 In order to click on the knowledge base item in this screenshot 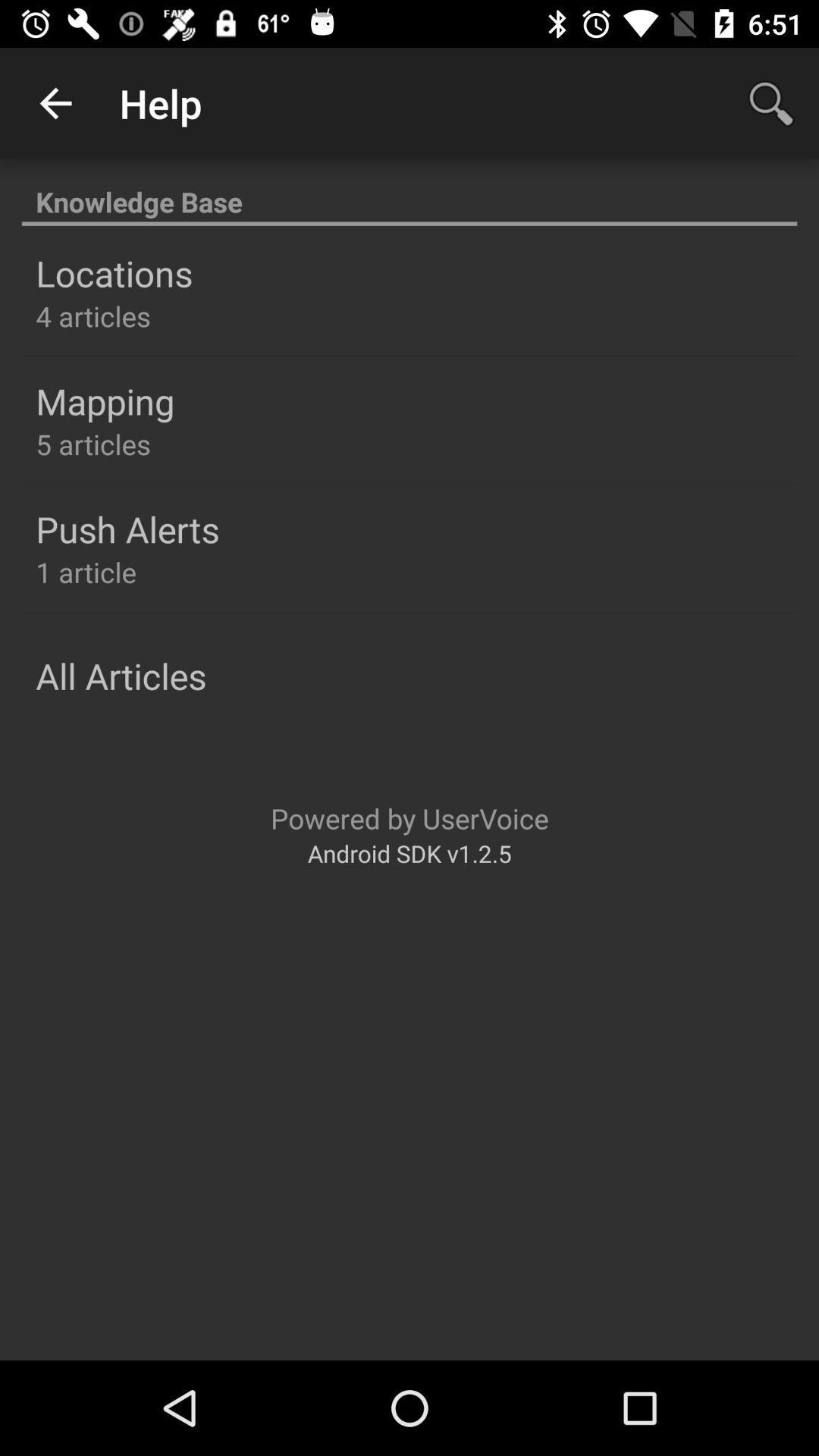, I will do `click(409, 193)`.